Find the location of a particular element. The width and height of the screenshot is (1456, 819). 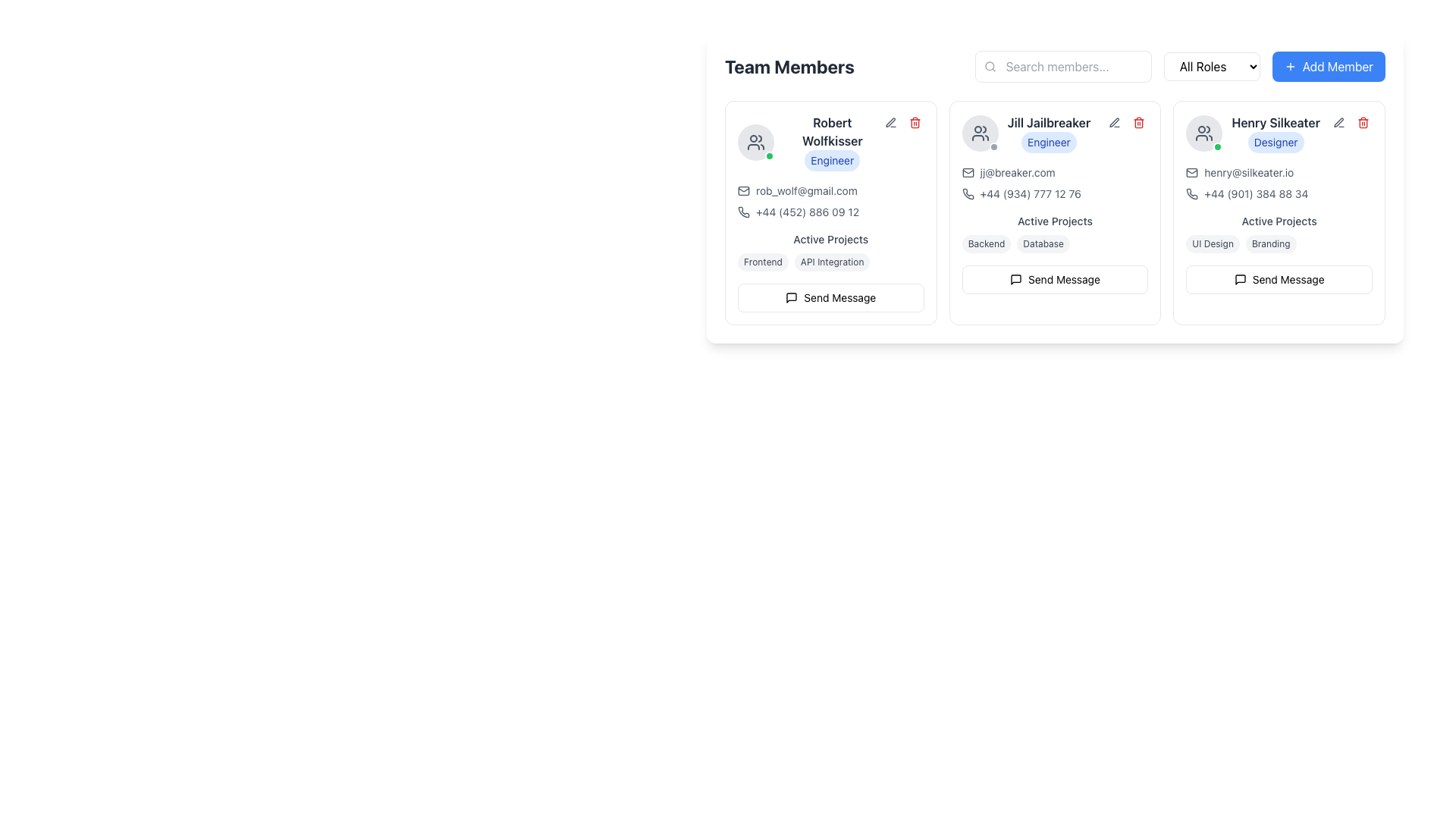

the message square icon located within the second user profile card under 'Jill Jailbreaker', which is positioned near the action buttons for visual context is located at coordinates (1016, 280).